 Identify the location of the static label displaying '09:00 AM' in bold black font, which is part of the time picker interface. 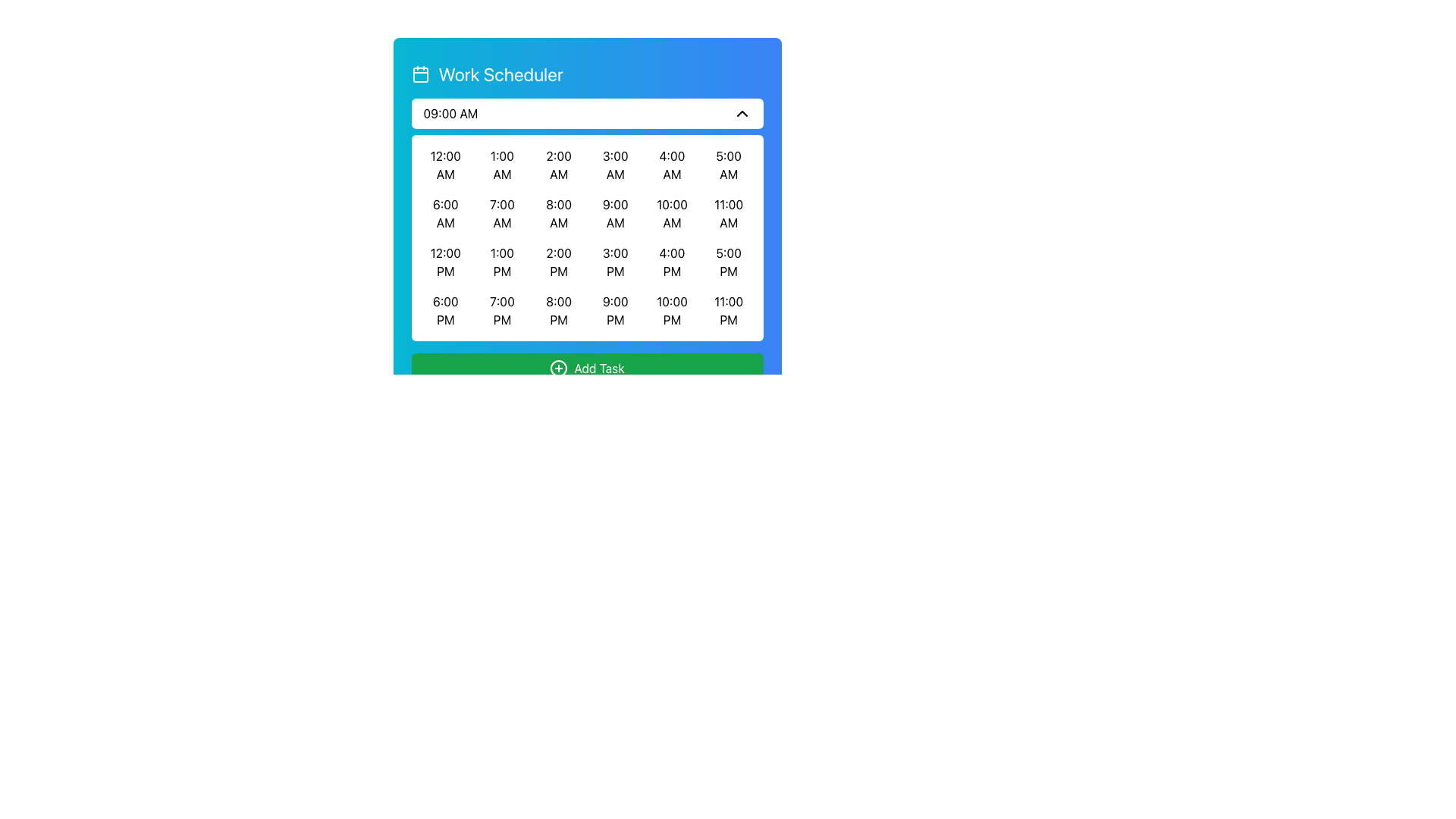
(450, 113).